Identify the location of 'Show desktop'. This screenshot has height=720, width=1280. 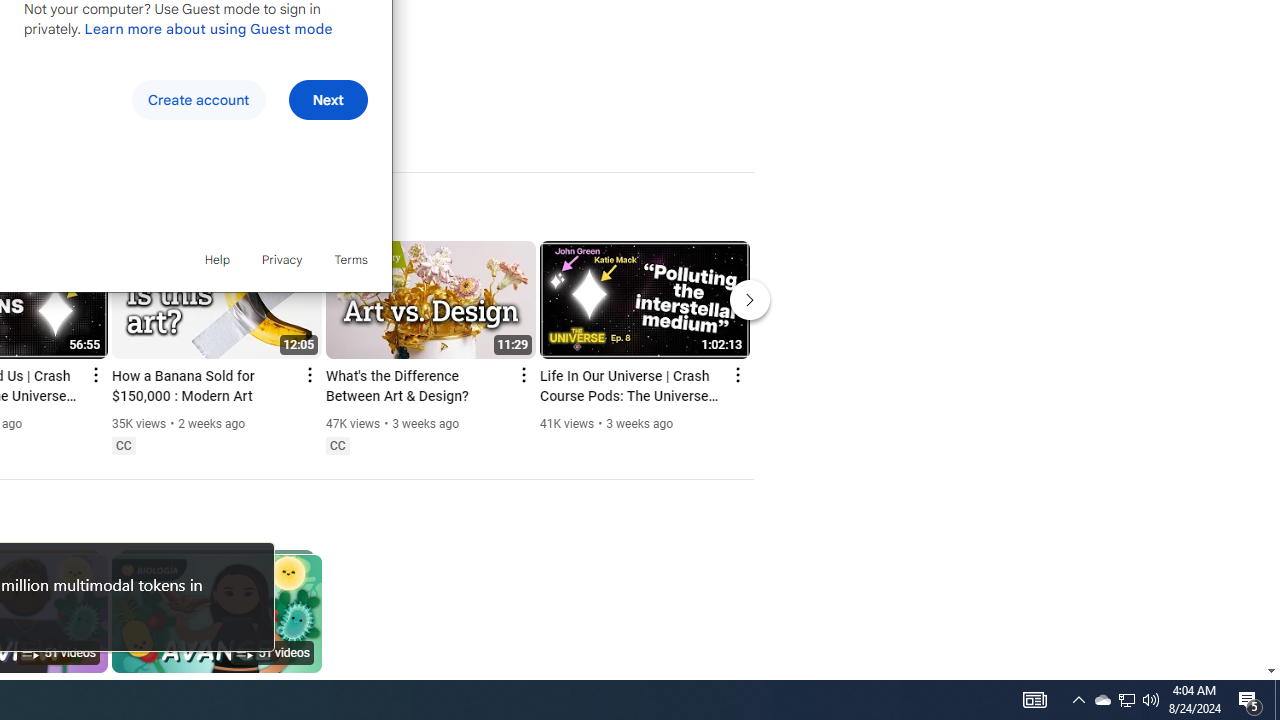
(1276, 698).